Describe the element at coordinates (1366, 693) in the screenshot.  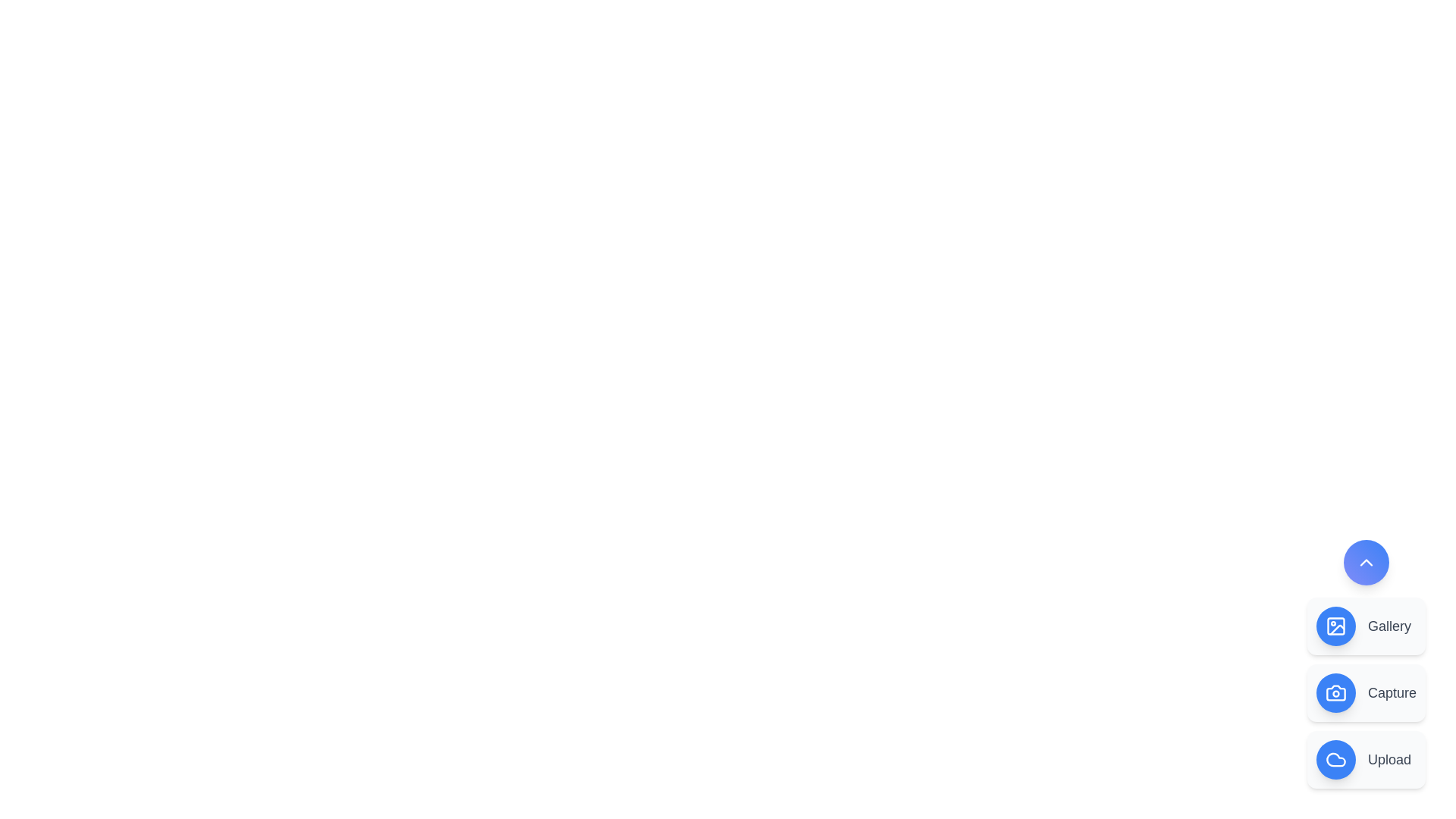
I see `the 'Capture' option in the menu` at that location.